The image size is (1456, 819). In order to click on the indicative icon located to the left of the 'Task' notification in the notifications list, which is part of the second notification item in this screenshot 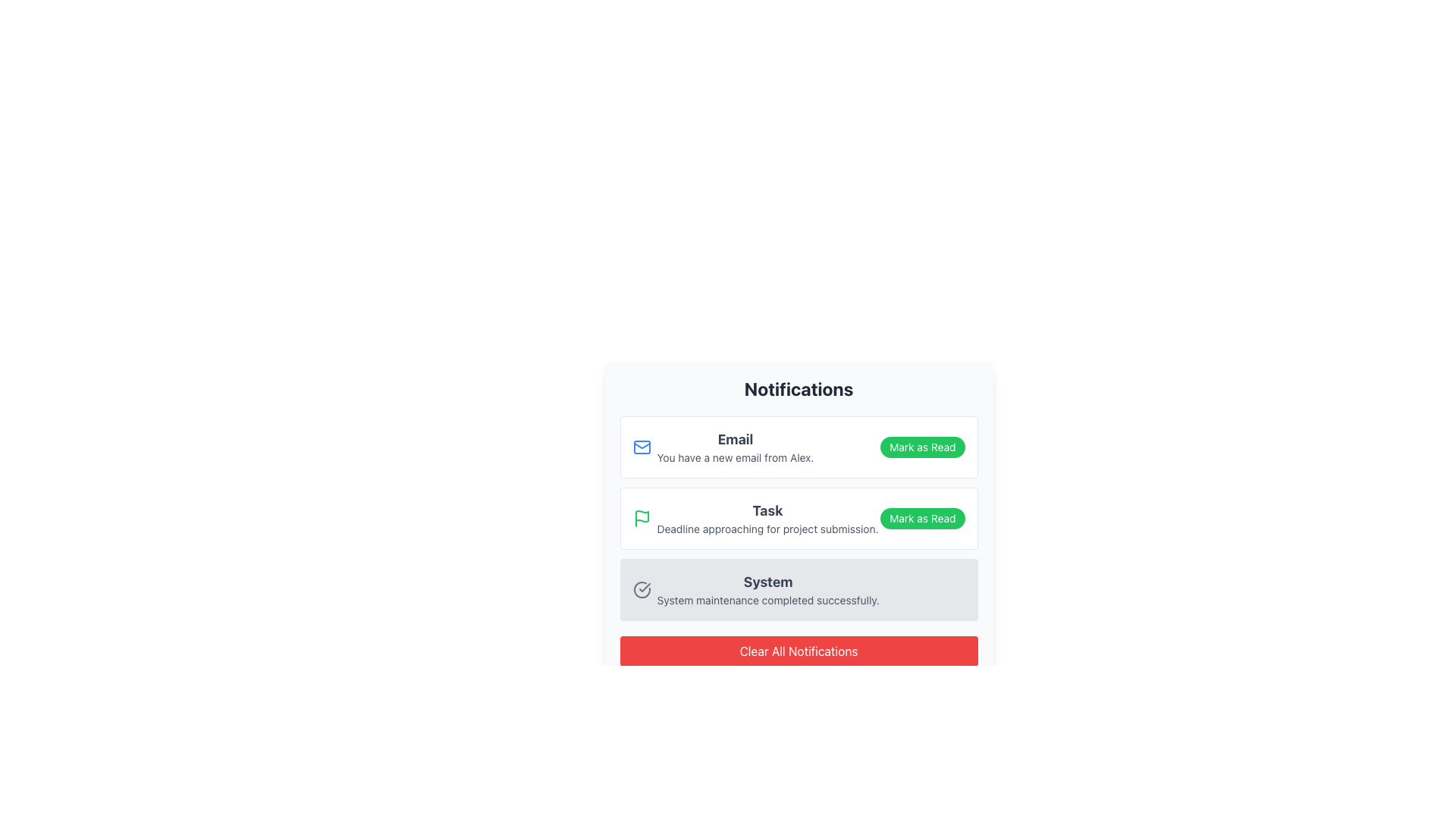, I will do `click(642, 517)`.